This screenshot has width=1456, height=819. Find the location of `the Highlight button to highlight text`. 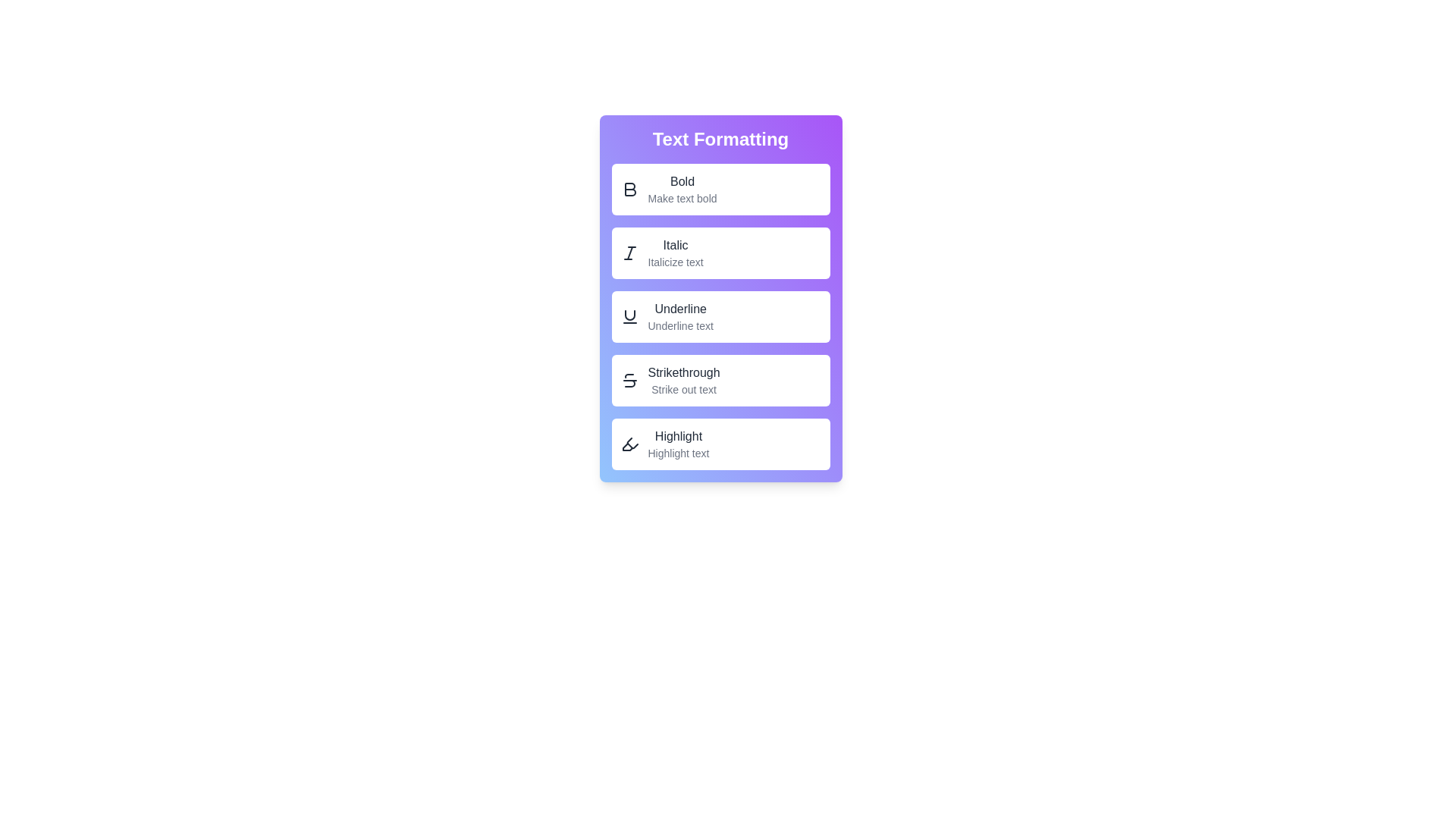

the Highlight button to highlight text is located at coordinates (720, 444).